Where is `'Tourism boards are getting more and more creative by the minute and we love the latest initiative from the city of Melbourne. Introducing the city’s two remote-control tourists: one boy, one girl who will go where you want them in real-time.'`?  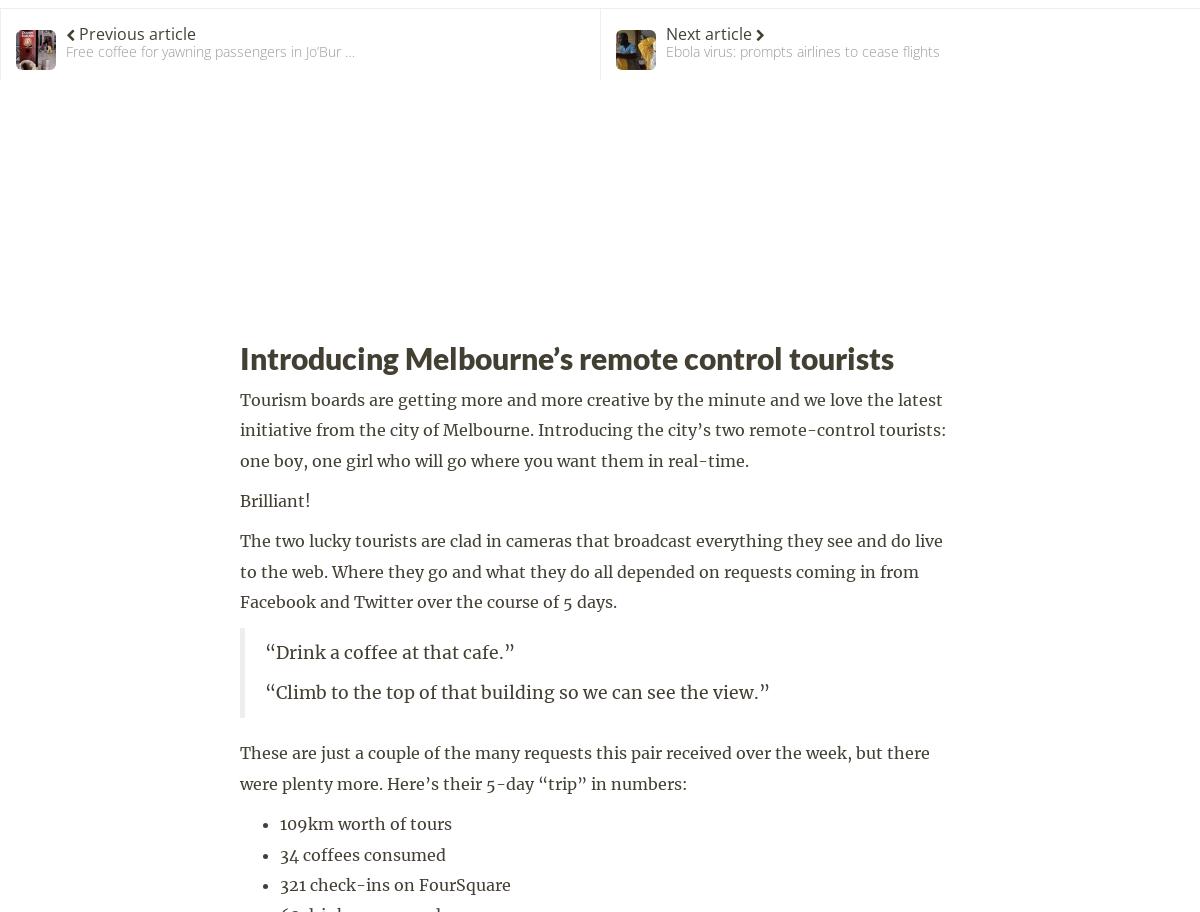
'Tourism boards are getting more and more creative by the minute and we love the latest initiative from the city of Melbourne. Introducing the city’s two remote-control tourists: one boy, one girl who will go where you want them in real-time.' is located at coordinates (592, 428).